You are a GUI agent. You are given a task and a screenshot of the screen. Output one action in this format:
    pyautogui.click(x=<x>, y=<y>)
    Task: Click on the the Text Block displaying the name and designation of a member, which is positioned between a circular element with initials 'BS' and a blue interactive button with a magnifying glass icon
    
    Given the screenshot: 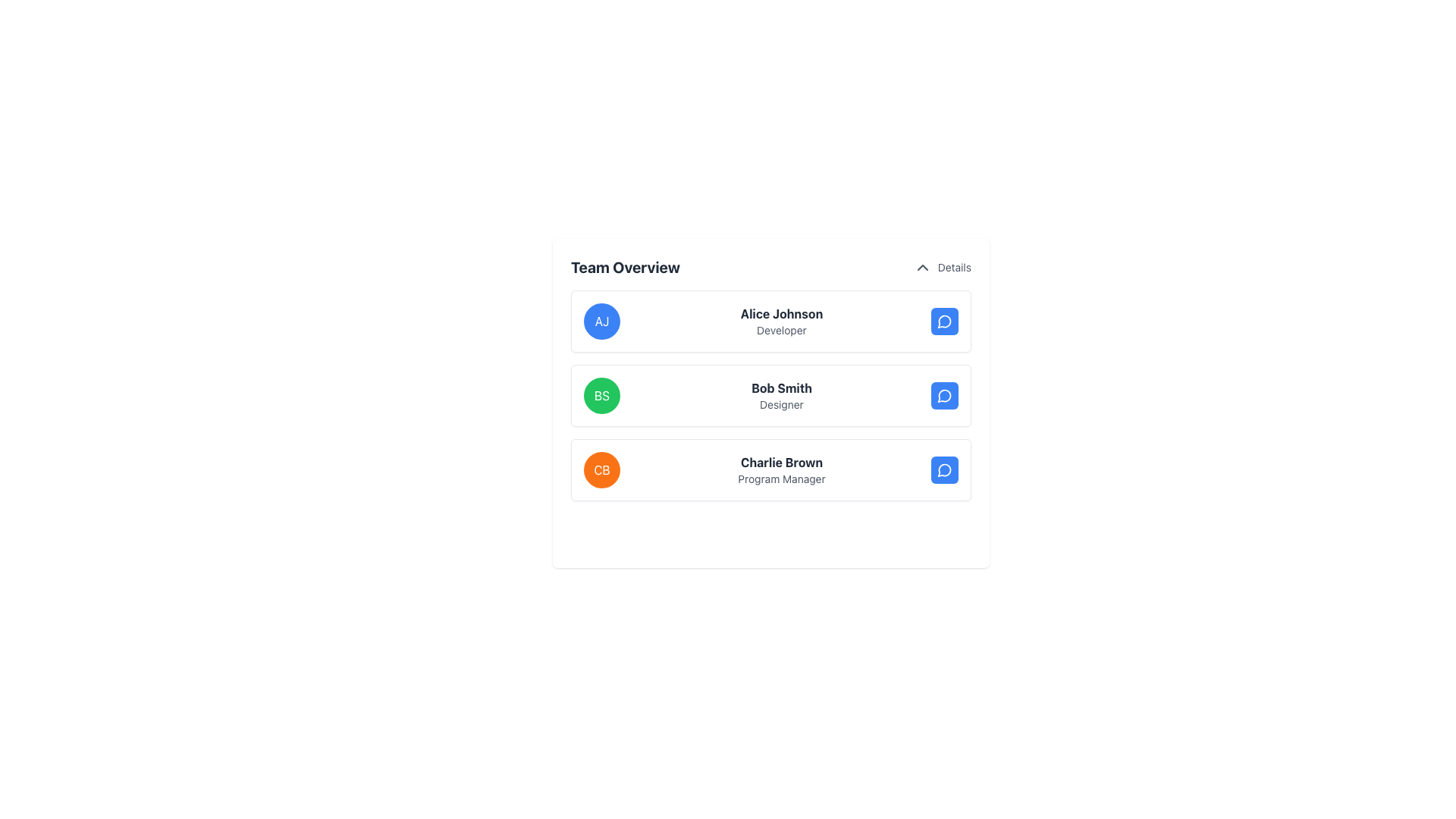 What is the action you would take?
    pyautogui.click(x=782, y=394)
    